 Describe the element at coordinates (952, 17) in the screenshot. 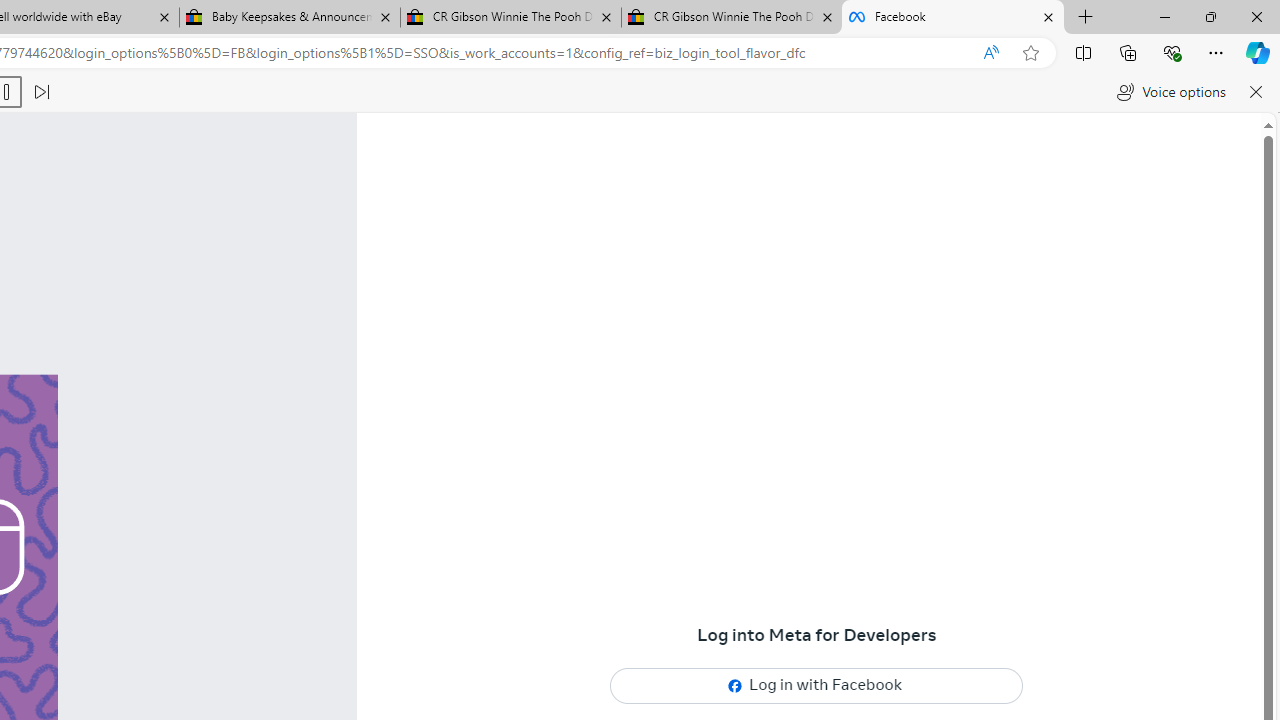

I see `'Facebook'` at that location.